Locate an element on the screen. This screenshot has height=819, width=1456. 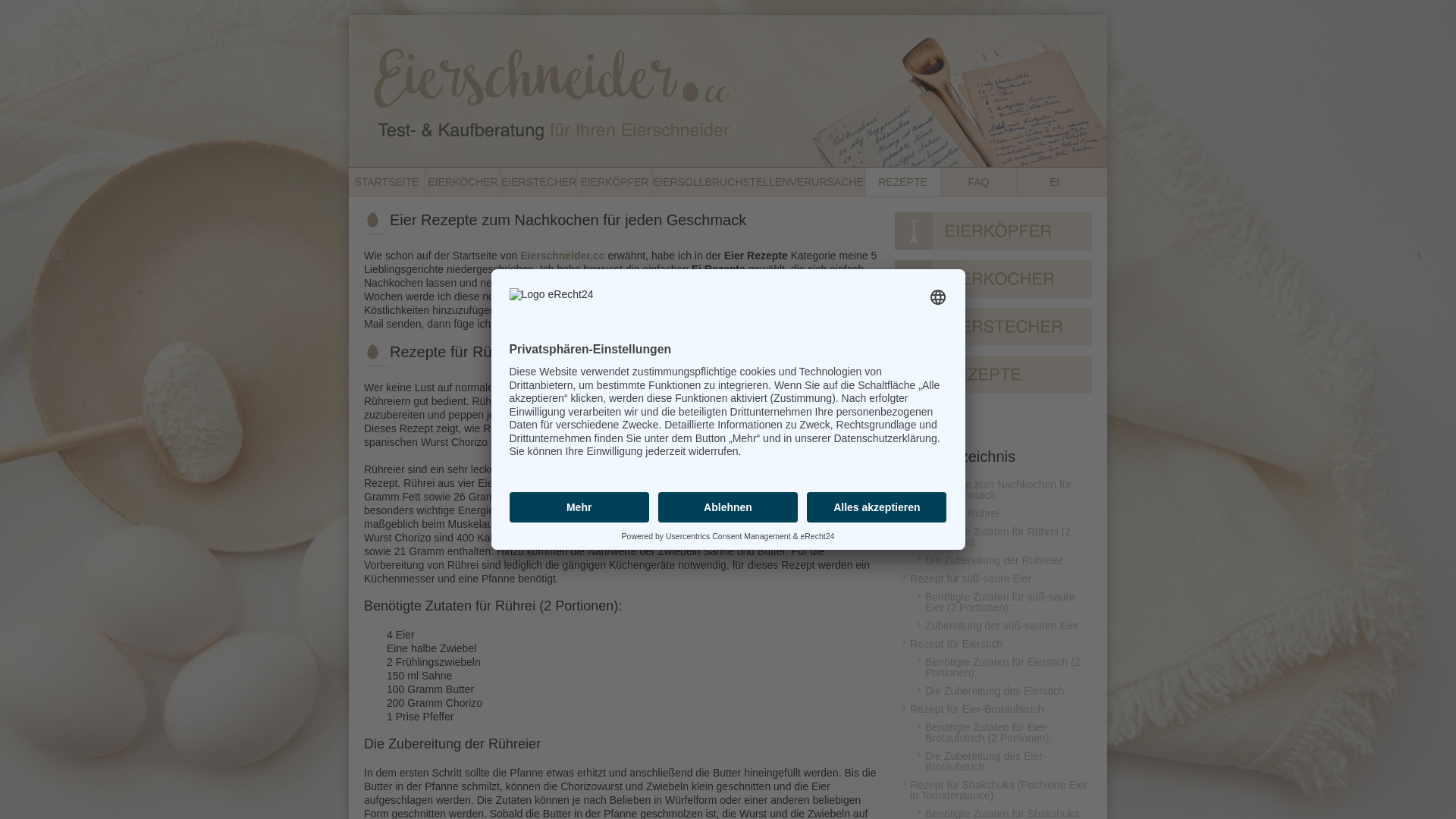
'Eierkocher' is located at coordinates (895, 283).